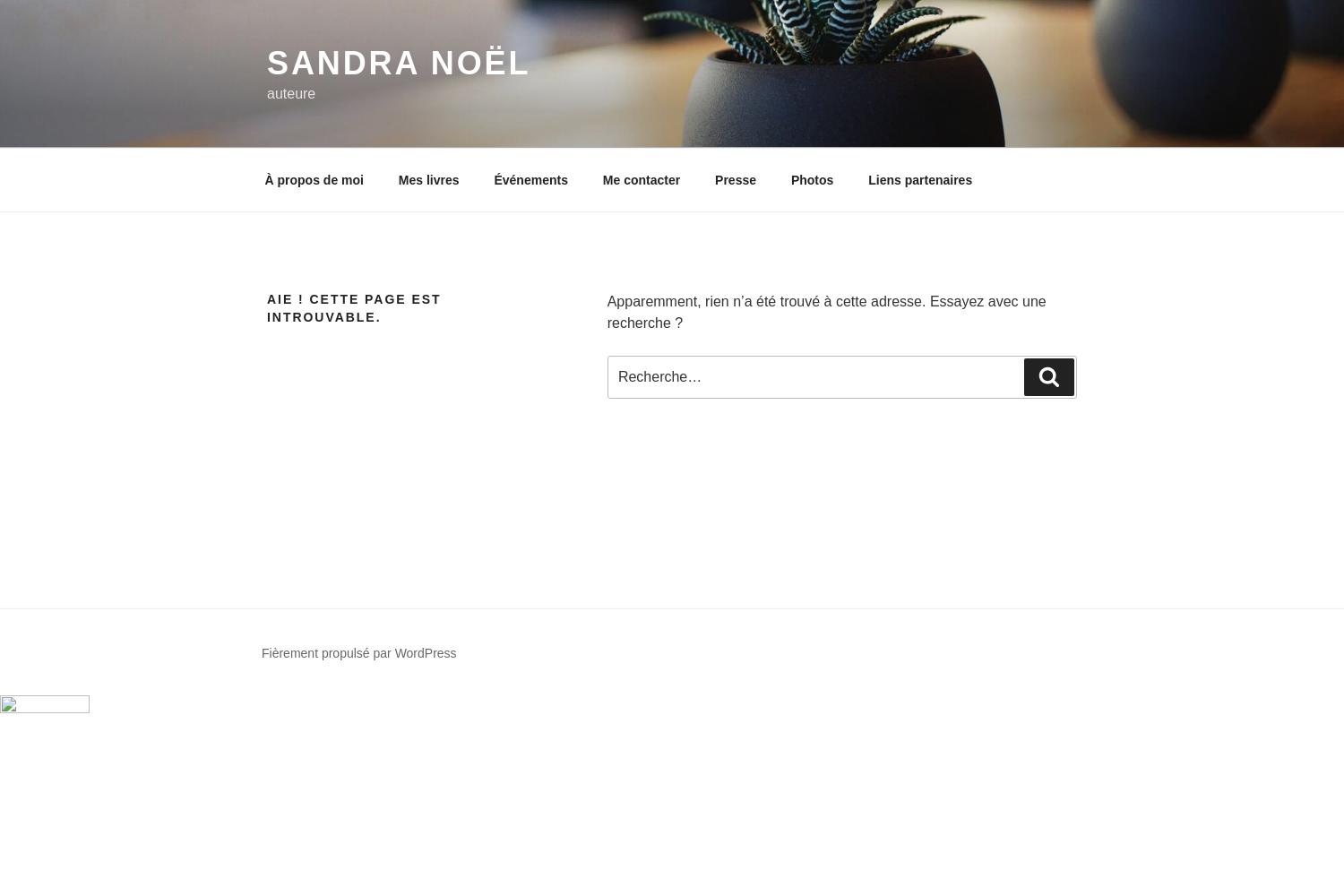 The height and width of the screenshot is (896, 1344). Describe the element at coordinates (640, 178) in the screenshot. I see `'Me contacter'` at that location.